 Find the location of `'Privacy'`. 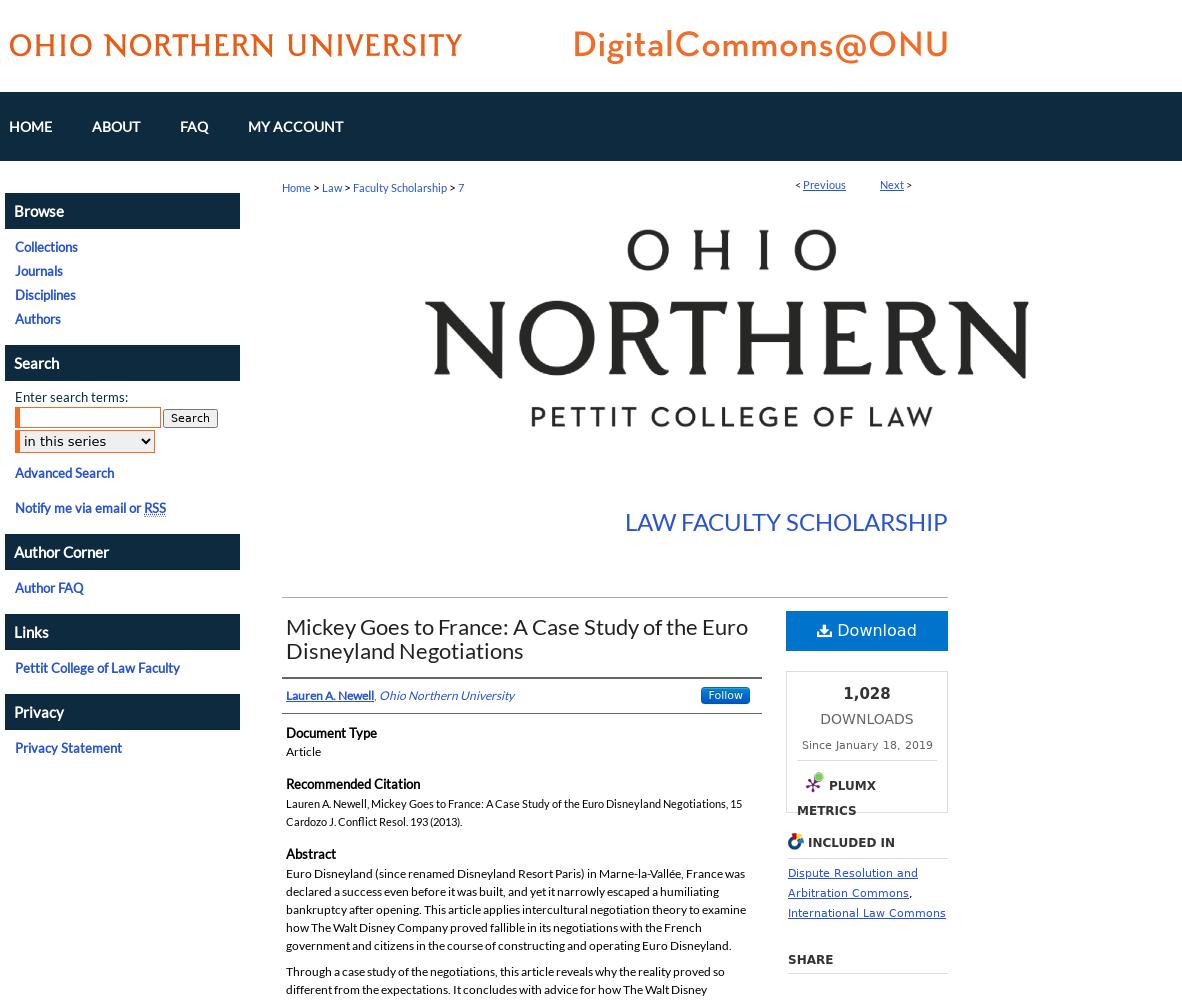

'Privacy' is located at coordinates (38, 710).